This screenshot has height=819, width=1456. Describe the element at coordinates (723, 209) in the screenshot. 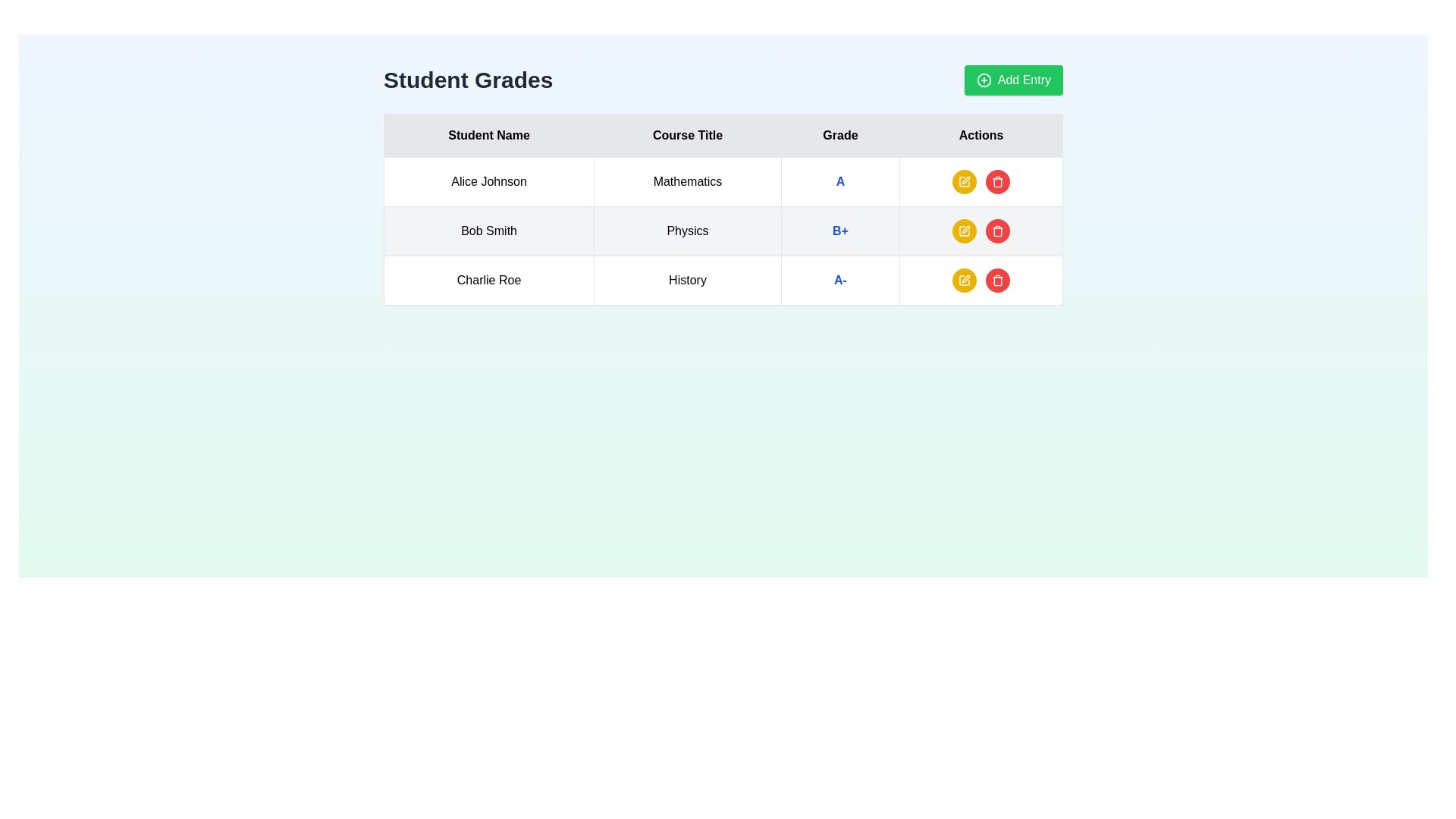

I see `any row of the 'Student Grades' table for potential interactions` at that location.